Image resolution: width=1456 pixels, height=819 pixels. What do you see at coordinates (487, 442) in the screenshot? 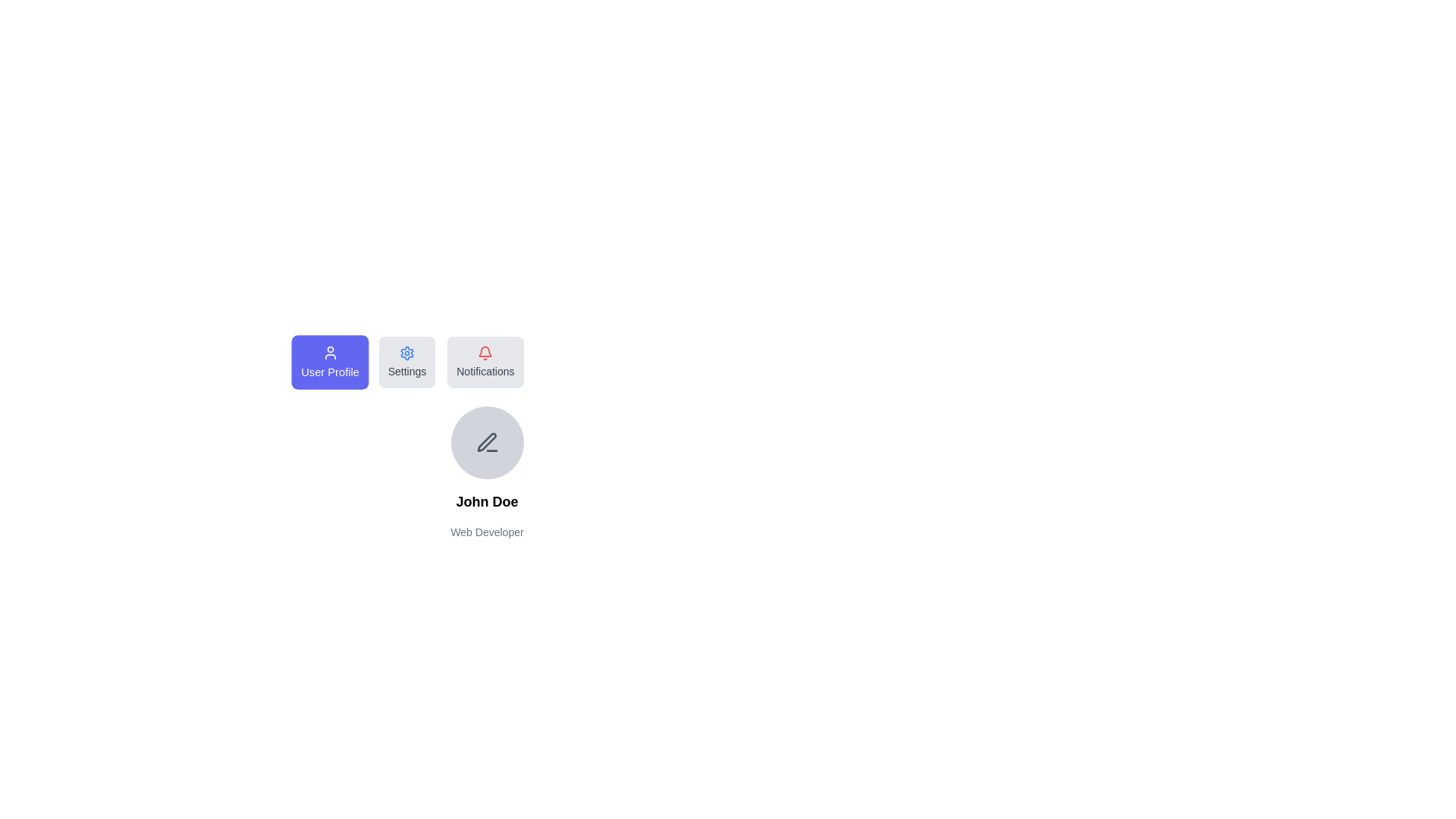
I see `the circular profile icon representing 'John Doe'` at bounding box center [487, 442].